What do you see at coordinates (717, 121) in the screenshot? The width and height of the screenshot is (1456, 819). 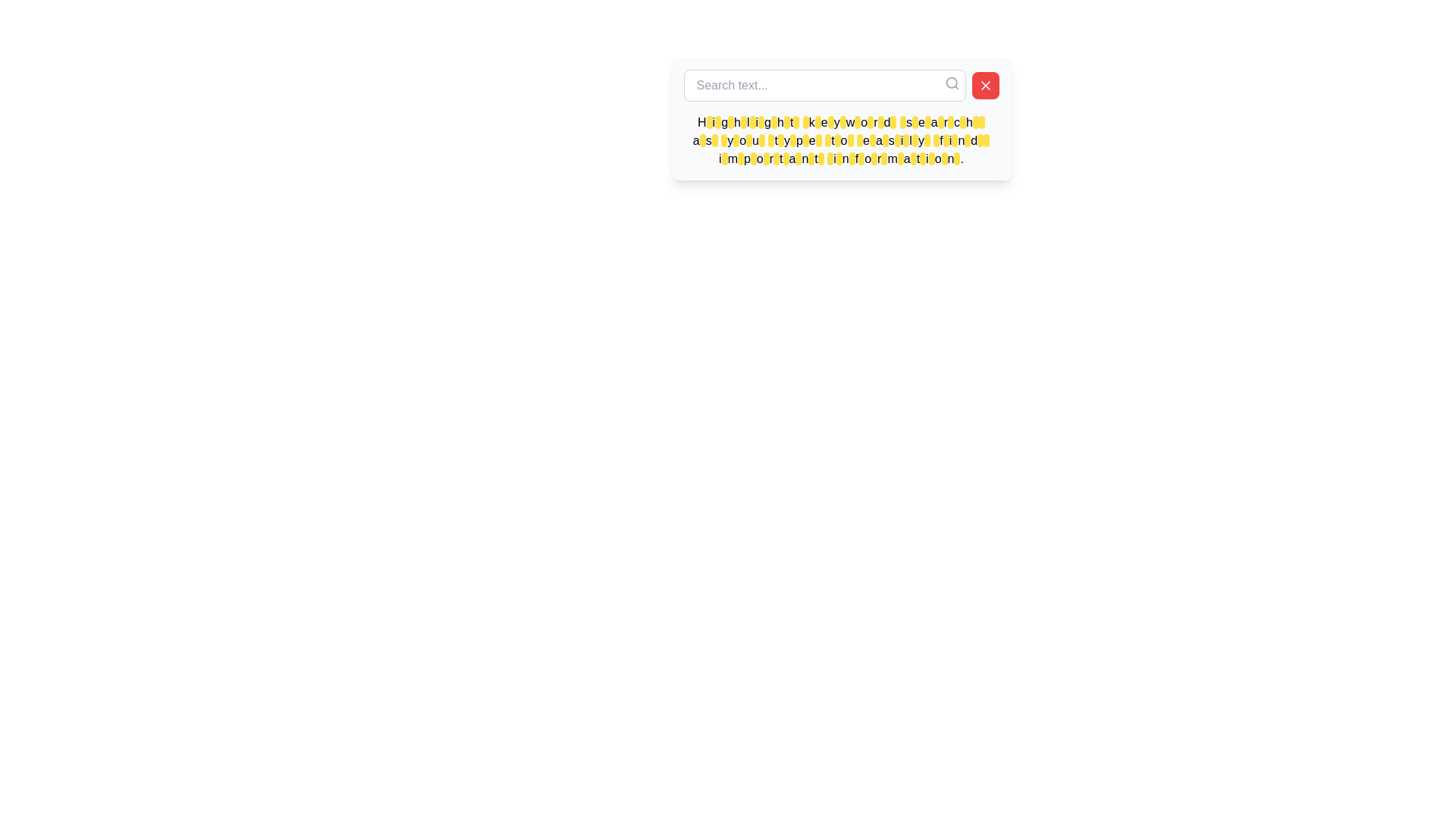 I see `the second highlighted text segment with a yellow background and black text in the top-left section of the text block that reads 'Highlight keyword search as you type to easily find important information.'` at bounding box center [717, 121].